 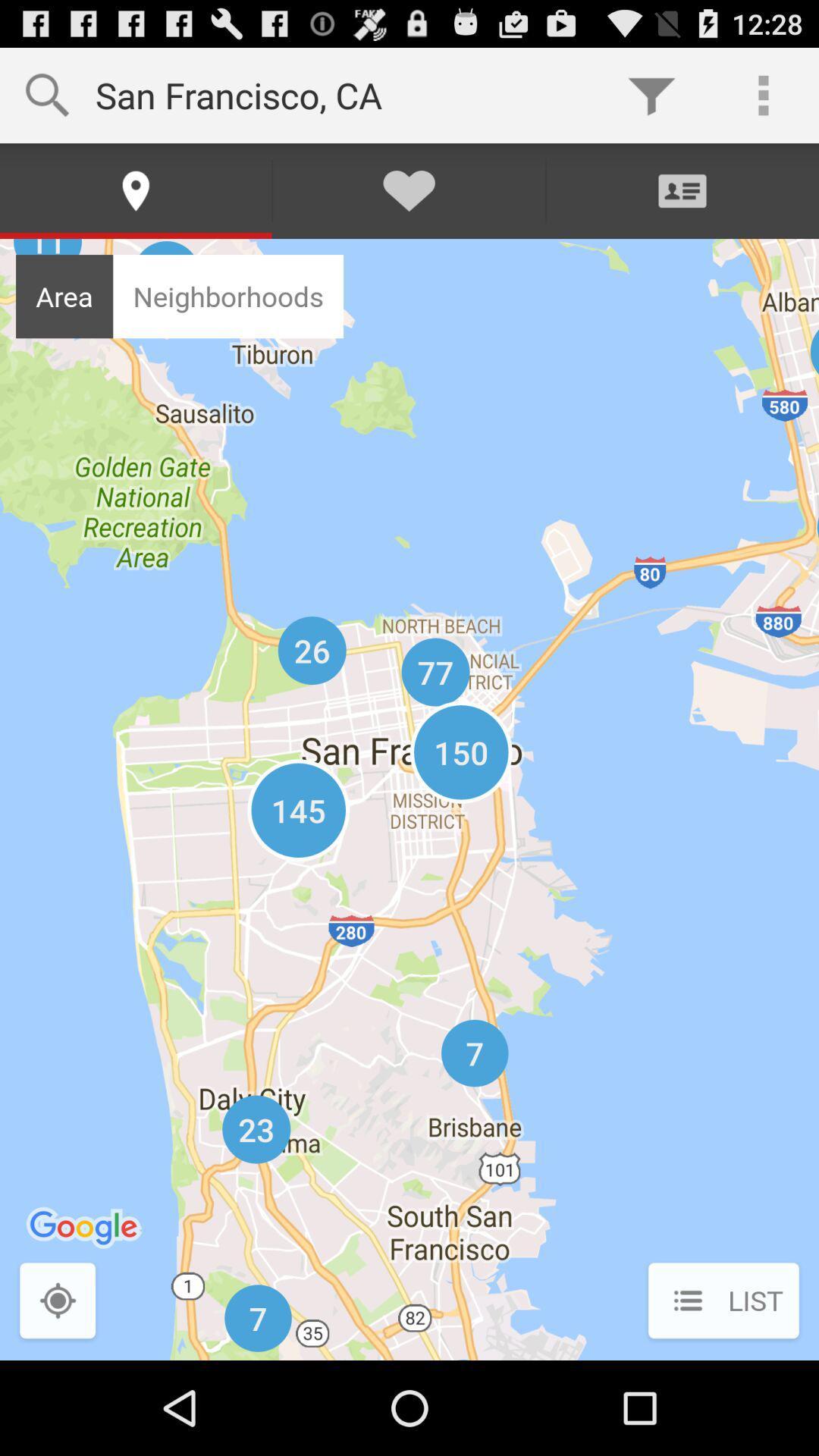 I want to click on app to the right of san francisco, ca item, so click(x=651, y=94).